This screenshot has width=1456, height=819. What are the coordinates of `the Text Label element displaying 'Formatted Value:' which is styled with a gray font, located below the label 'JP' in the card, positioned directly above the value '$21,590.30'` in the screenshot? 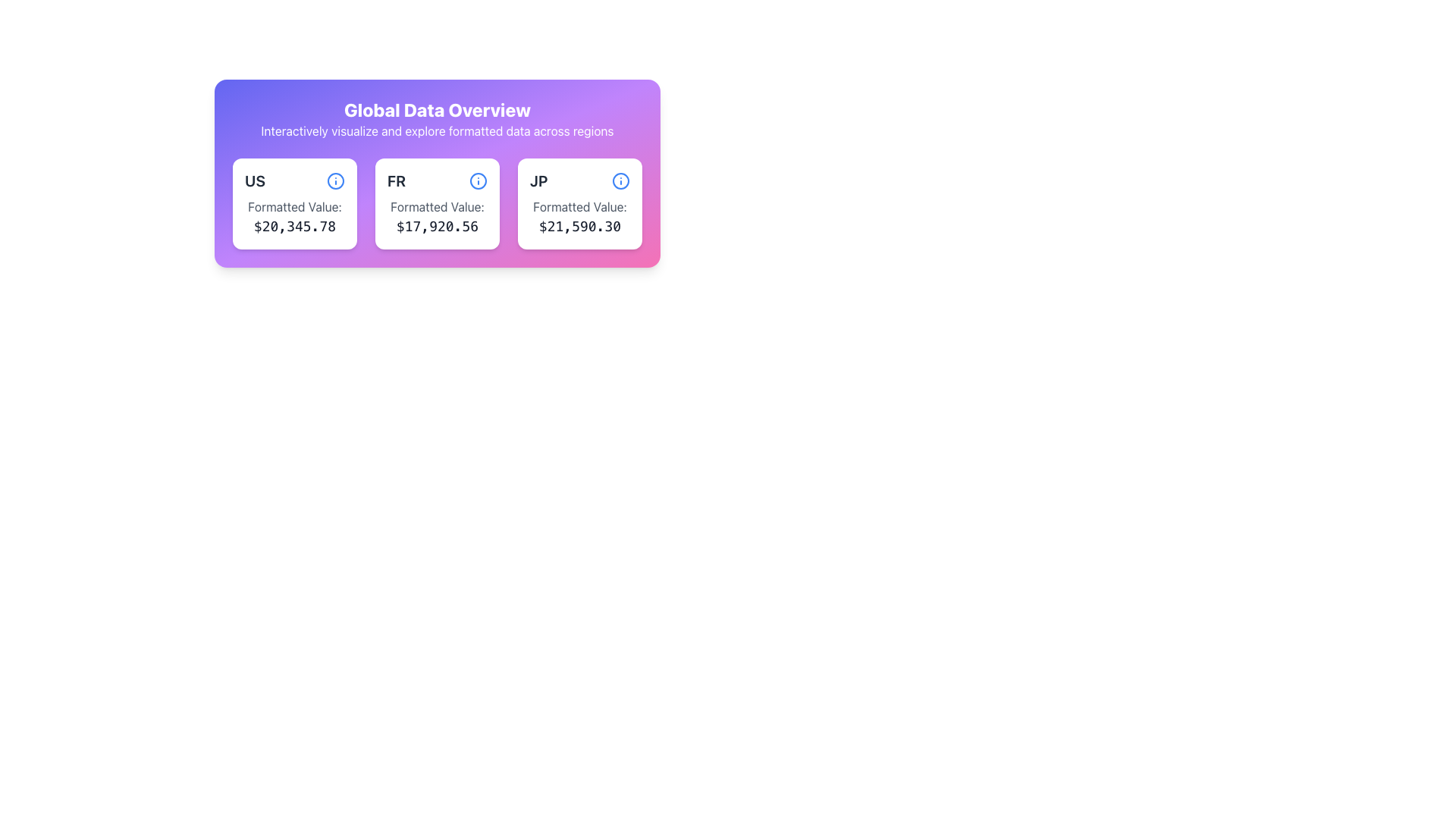 It's located at (579, 207).